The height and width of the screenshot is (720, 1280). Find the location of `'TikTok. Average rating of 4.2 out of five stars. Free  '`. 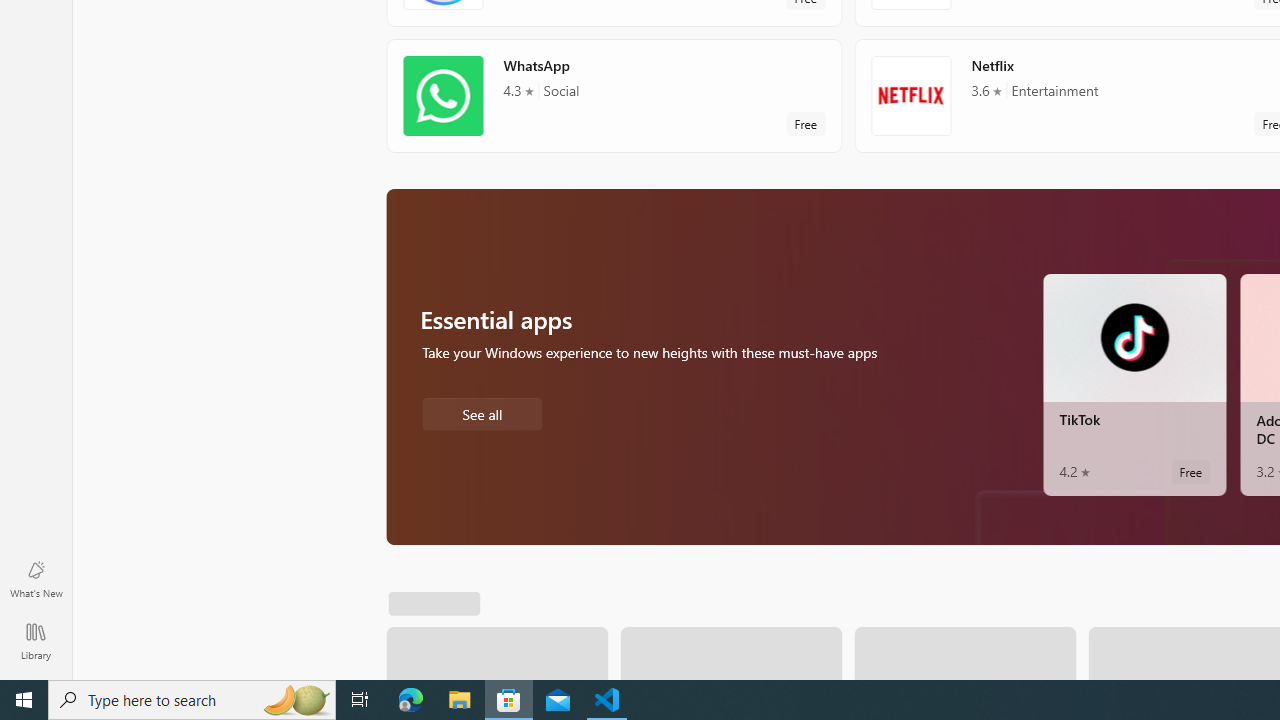

'TikTok. Average rating of 4.2 out of five stars. Free  ' is located at coordinates (1134, 384).